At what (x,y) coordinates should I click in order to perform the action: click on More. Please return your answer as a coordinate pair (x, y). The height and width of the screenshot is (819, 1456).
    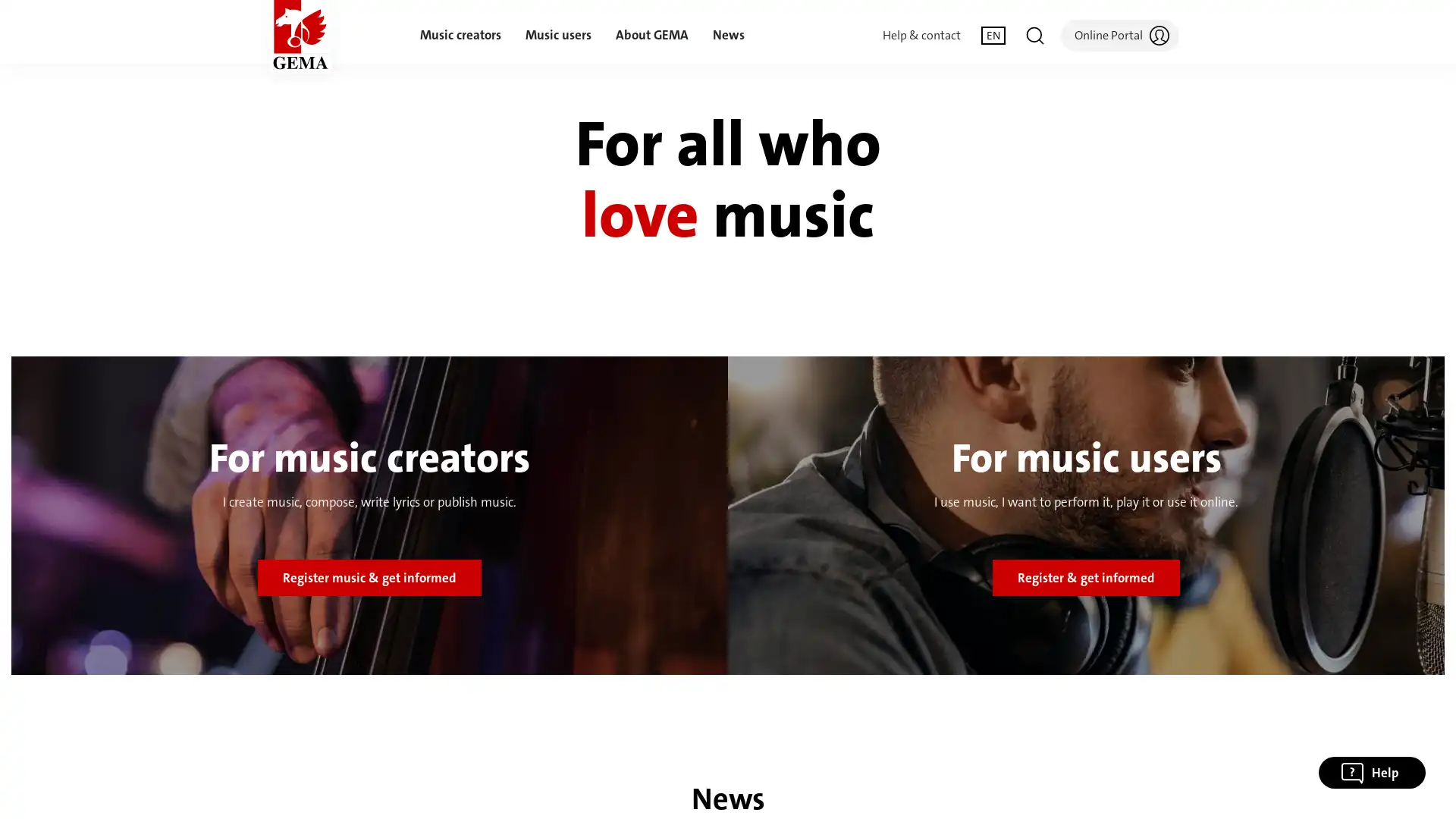
    Looking at the image, I should click on (1050, 723).